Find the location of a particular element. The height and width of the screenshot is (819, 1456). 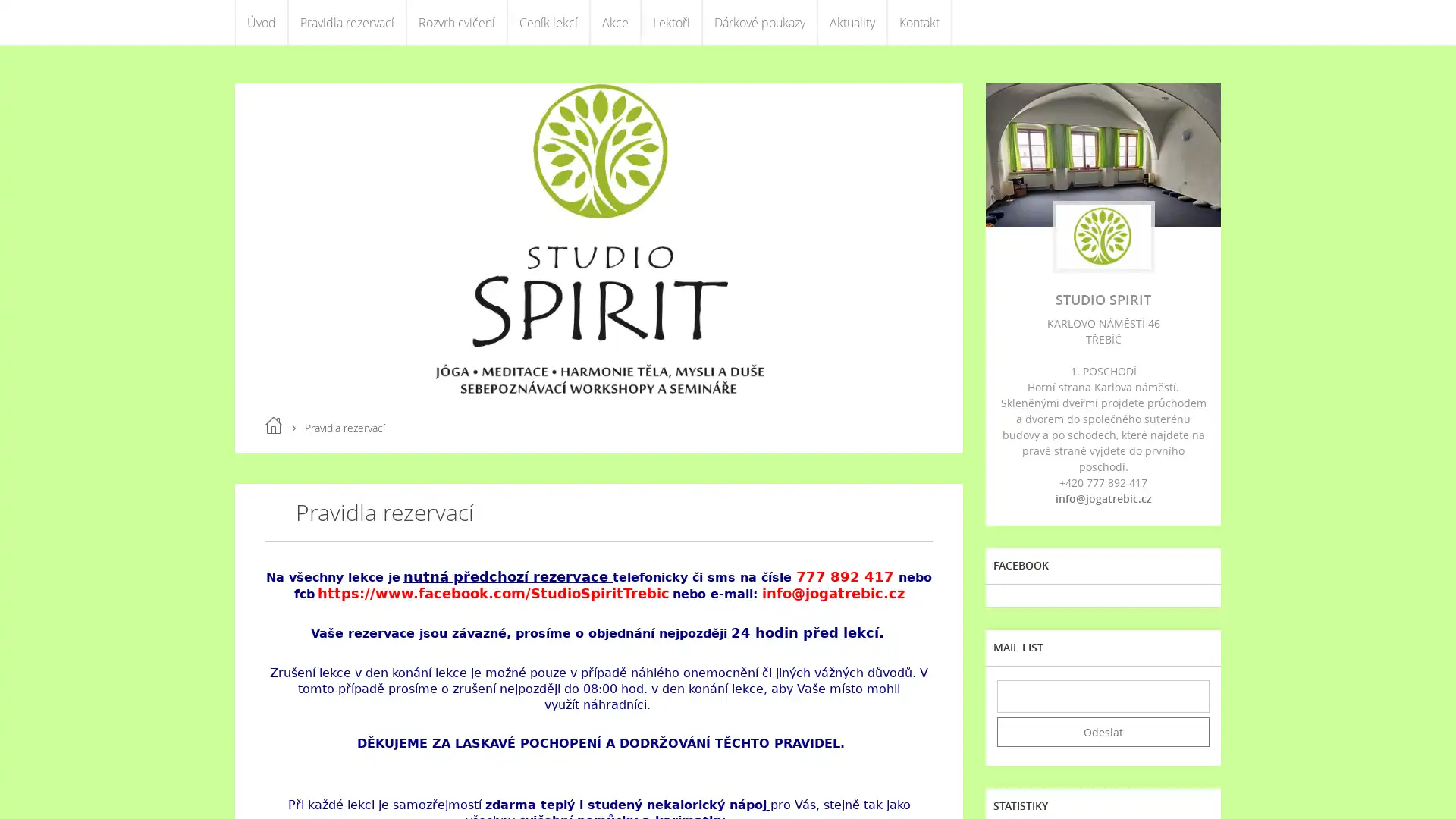

Odeslat is located at coordinates (1103, 730).